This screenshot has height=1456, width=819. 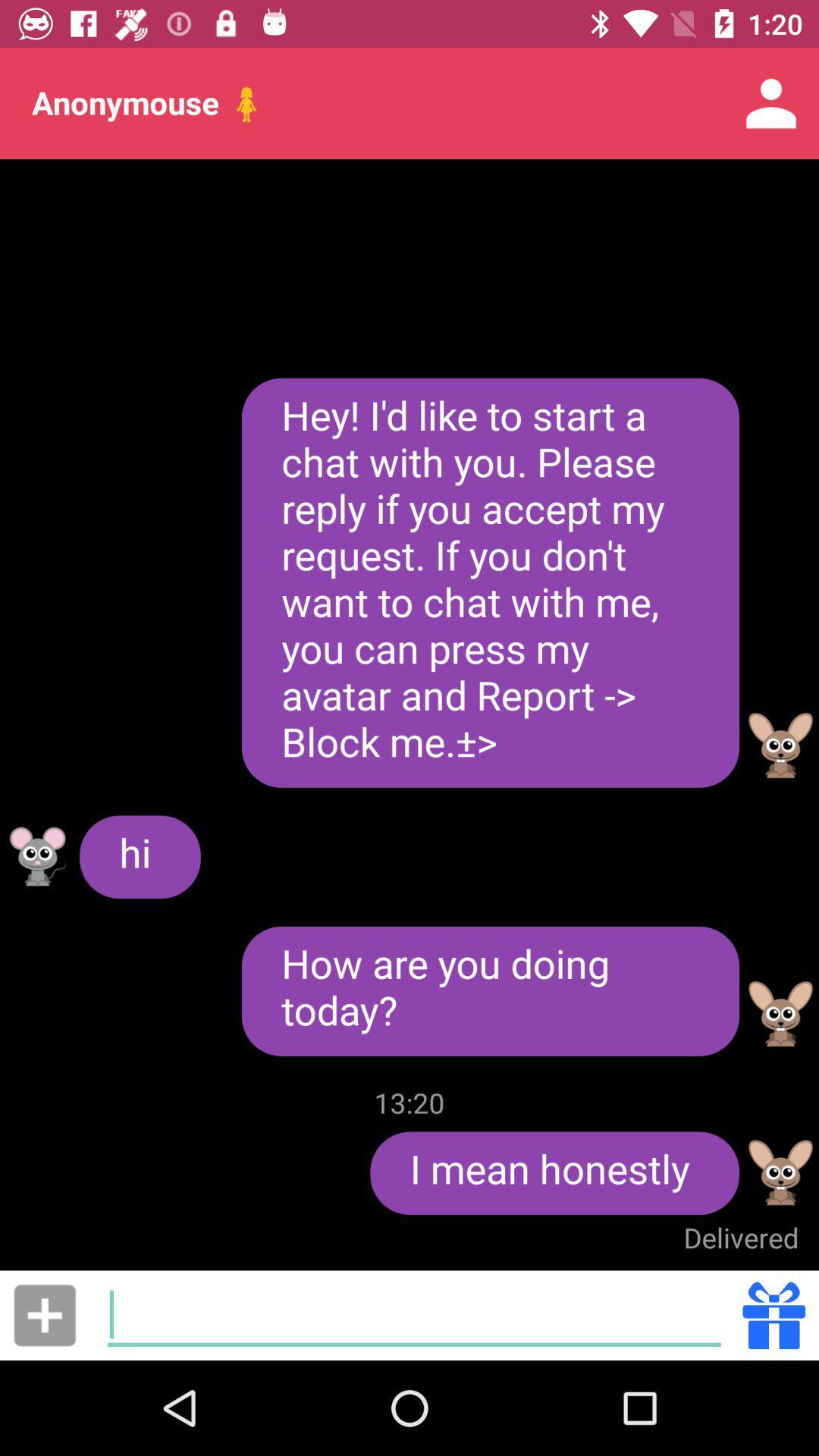 What do you see at coordinates (414, 1314) in the screenshot?
I see `chating box` at bounding box center [414, 1314].